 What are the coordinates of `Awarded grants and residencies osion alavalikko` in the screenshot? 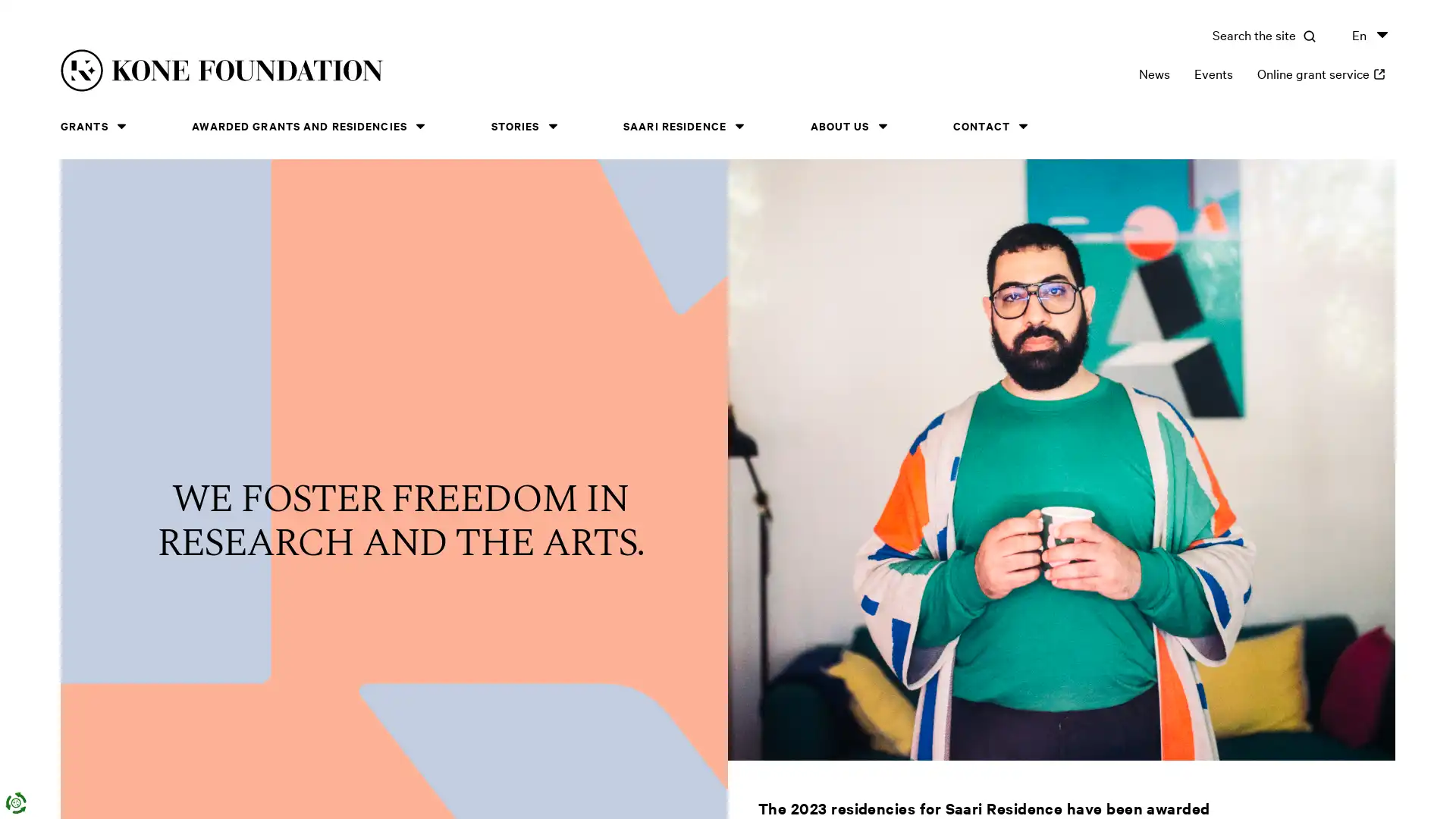 It's located at (419, 125).